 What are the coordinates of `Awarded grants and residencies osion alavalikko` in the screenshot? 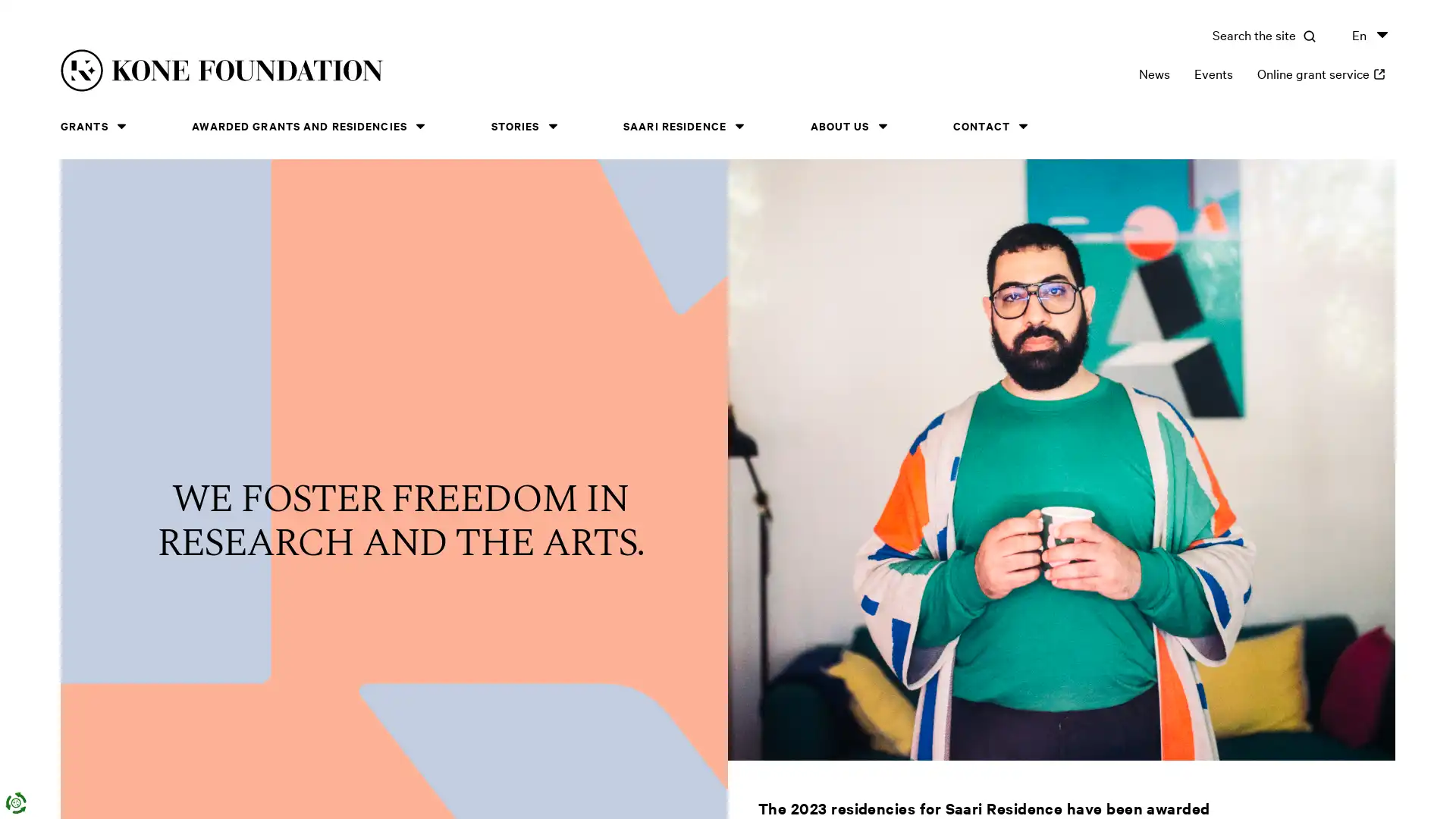 It's located at (419, 125).